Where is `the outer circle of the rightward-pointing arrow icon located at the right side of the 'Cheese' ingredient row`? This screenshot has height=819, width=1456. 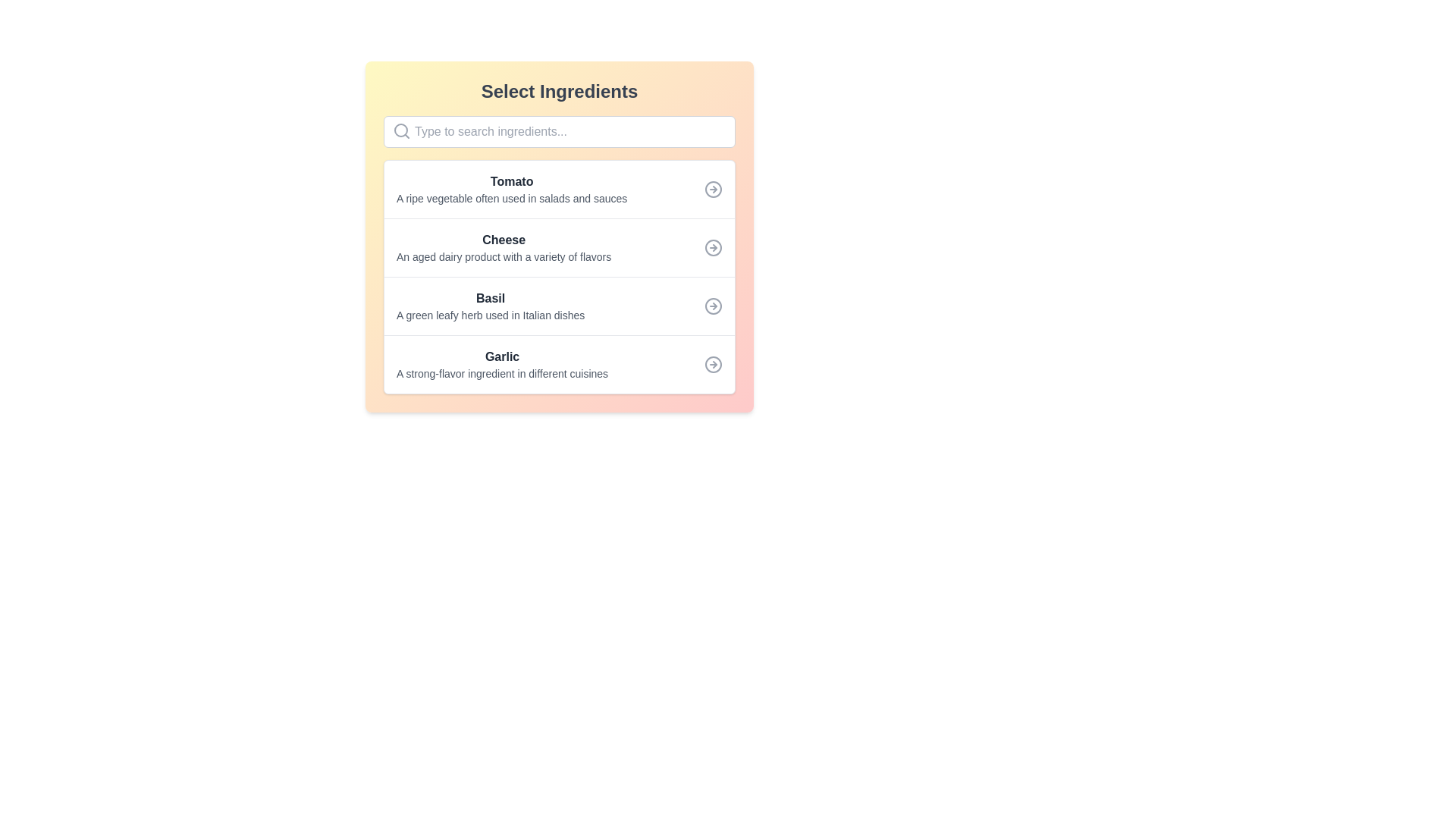
the outer circle of the rightward-pointing arrow icon located at the right side of the 'Cheese' ingredient row is located at coordinates (712, 247).